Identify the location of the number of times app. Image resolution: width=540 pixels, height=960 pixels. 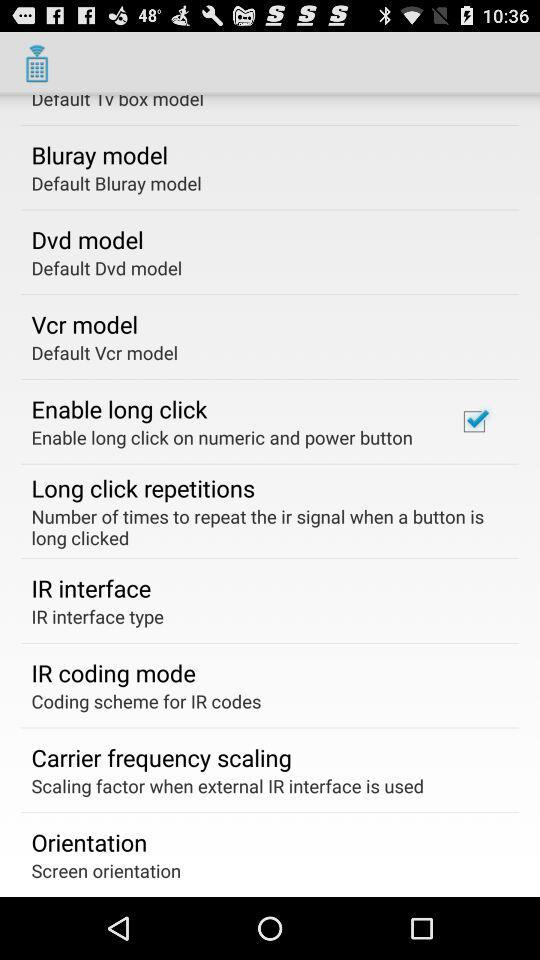
(263, 526).